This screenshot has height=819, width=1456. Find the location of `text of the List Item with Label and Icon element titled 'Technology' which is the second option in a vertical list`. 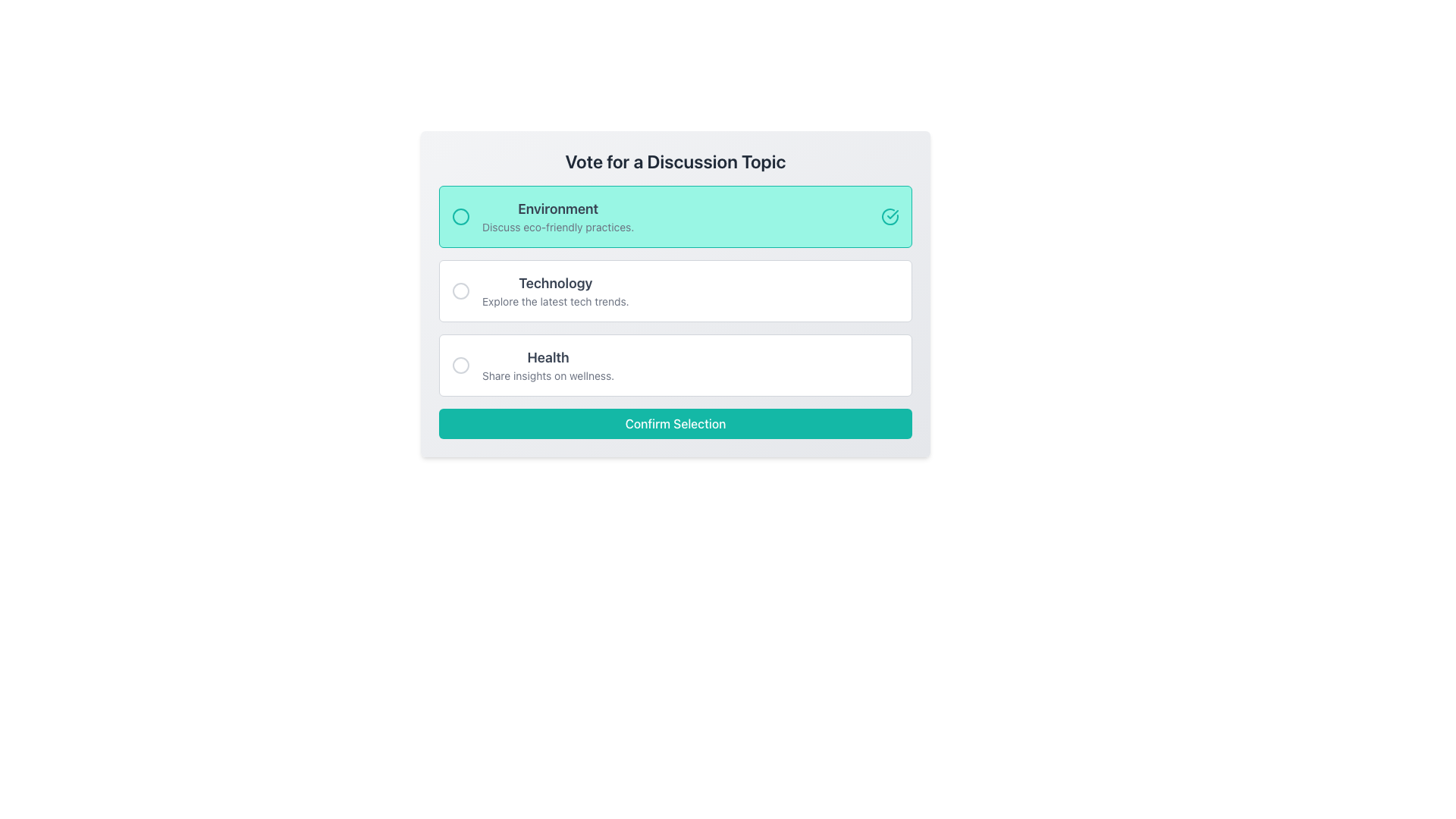

text of the List Item with Label and Icon element titled 'Technology' which is the second option in a vertical list is located at coordinates (540, 291).